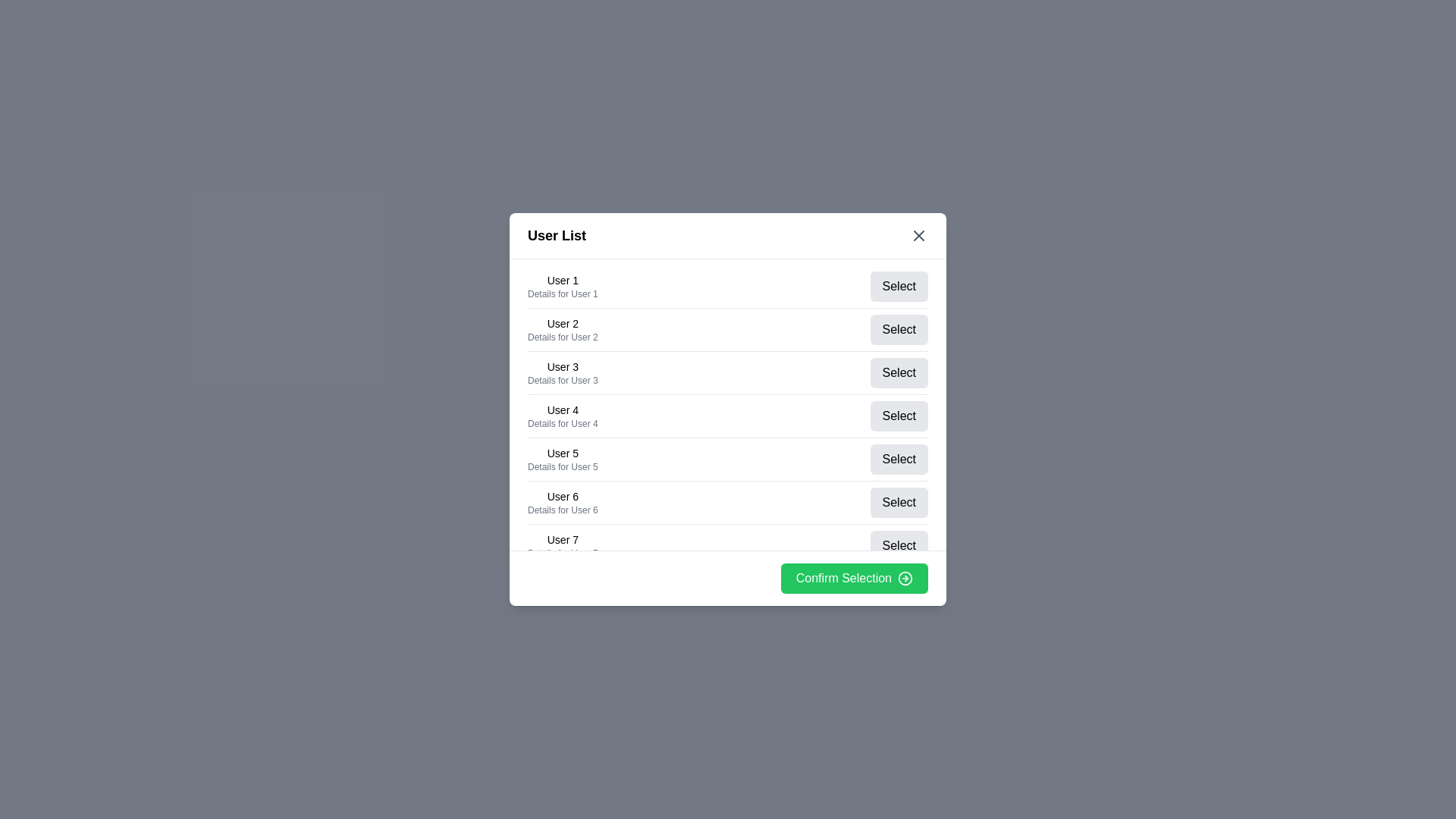  What do you see at coordinates (899, 503) in the screenshot?
I see `'Select' button for user 6` at bounding box center [899, 503].